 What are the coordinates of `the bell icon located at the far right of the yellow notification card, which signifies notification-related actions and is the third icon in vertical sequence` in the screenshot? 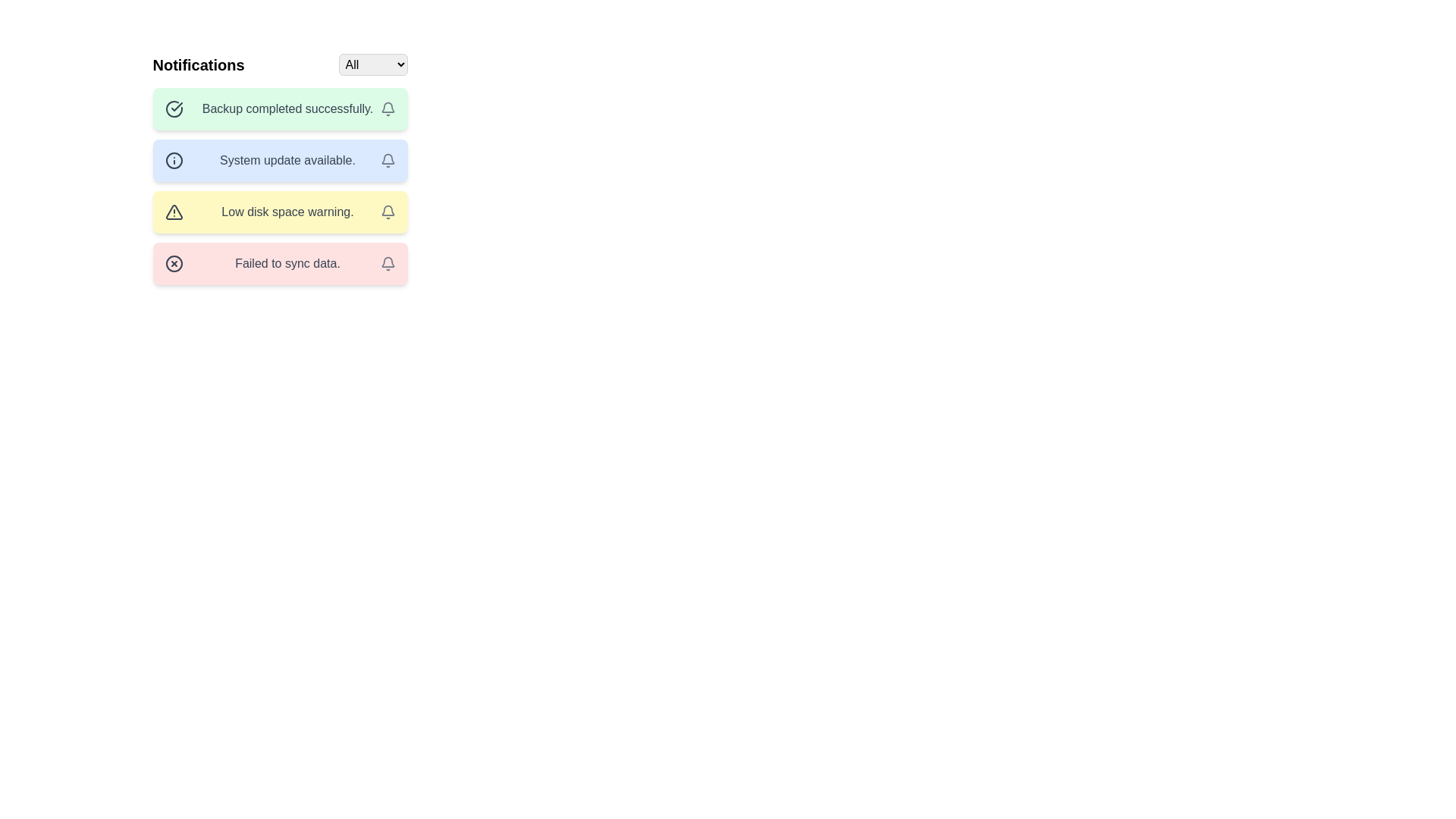 It's located at (388, 212).